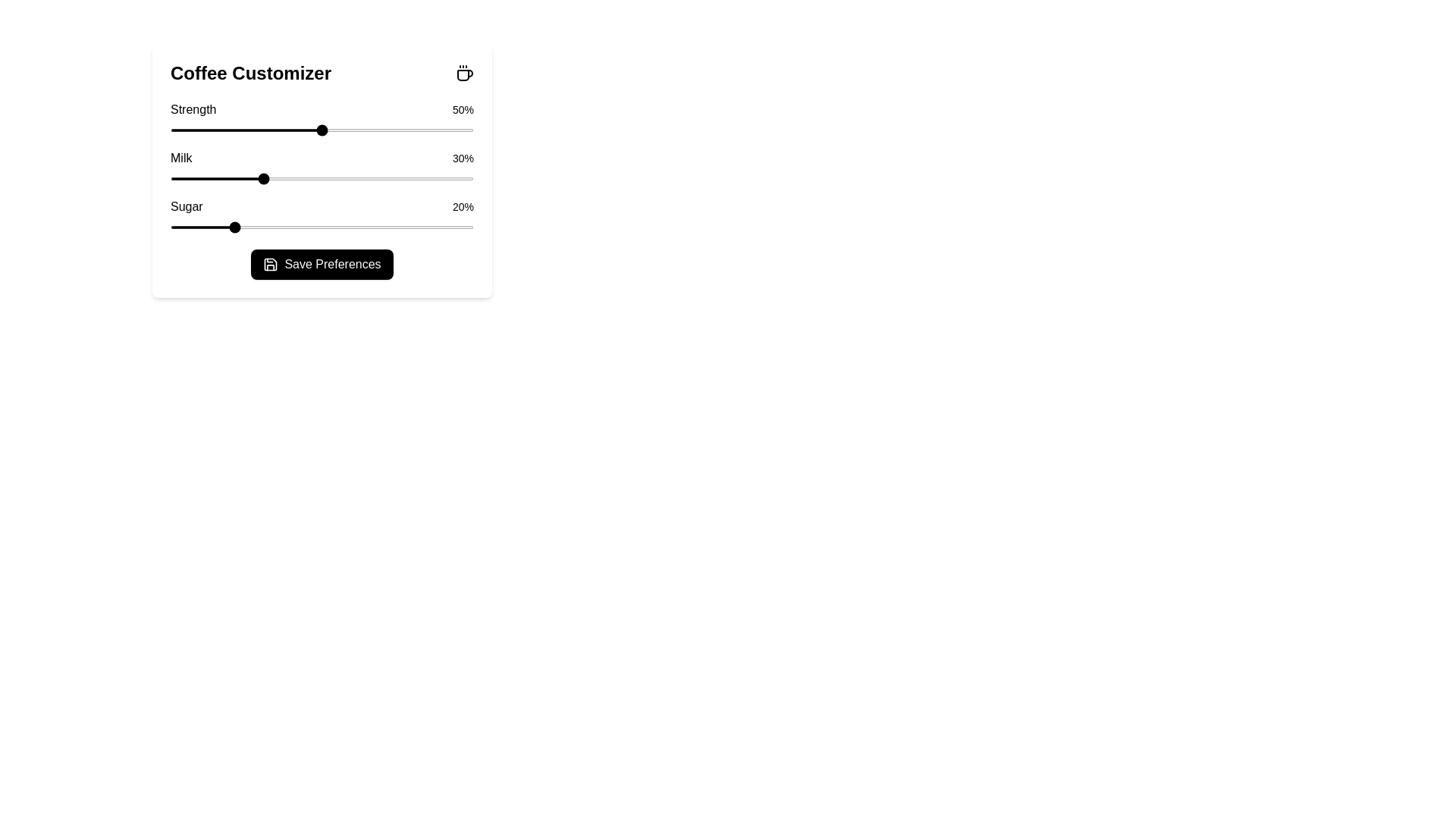  Describe the element at coordinates (186, 207) in the screenshot. I see `the text label reading 'Sugar' in the 'Coffee Customizer' section, which is displayed in black with medium font weight` at that location.